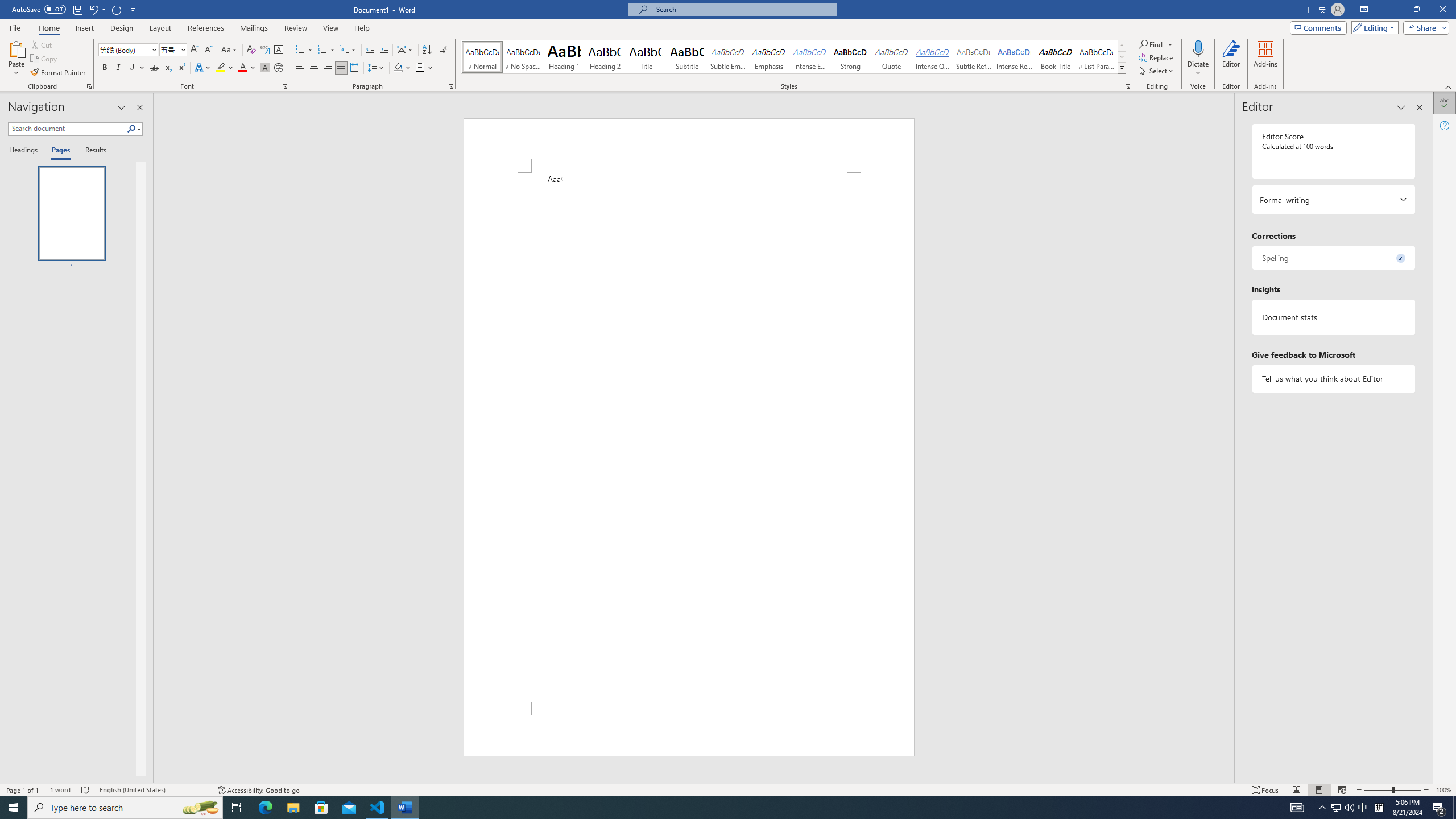  What do you see at coordinates (1333, 379) in the screenshot?
I see `'Tell us what you think about Editor'` at bounding box center [1333, 379].